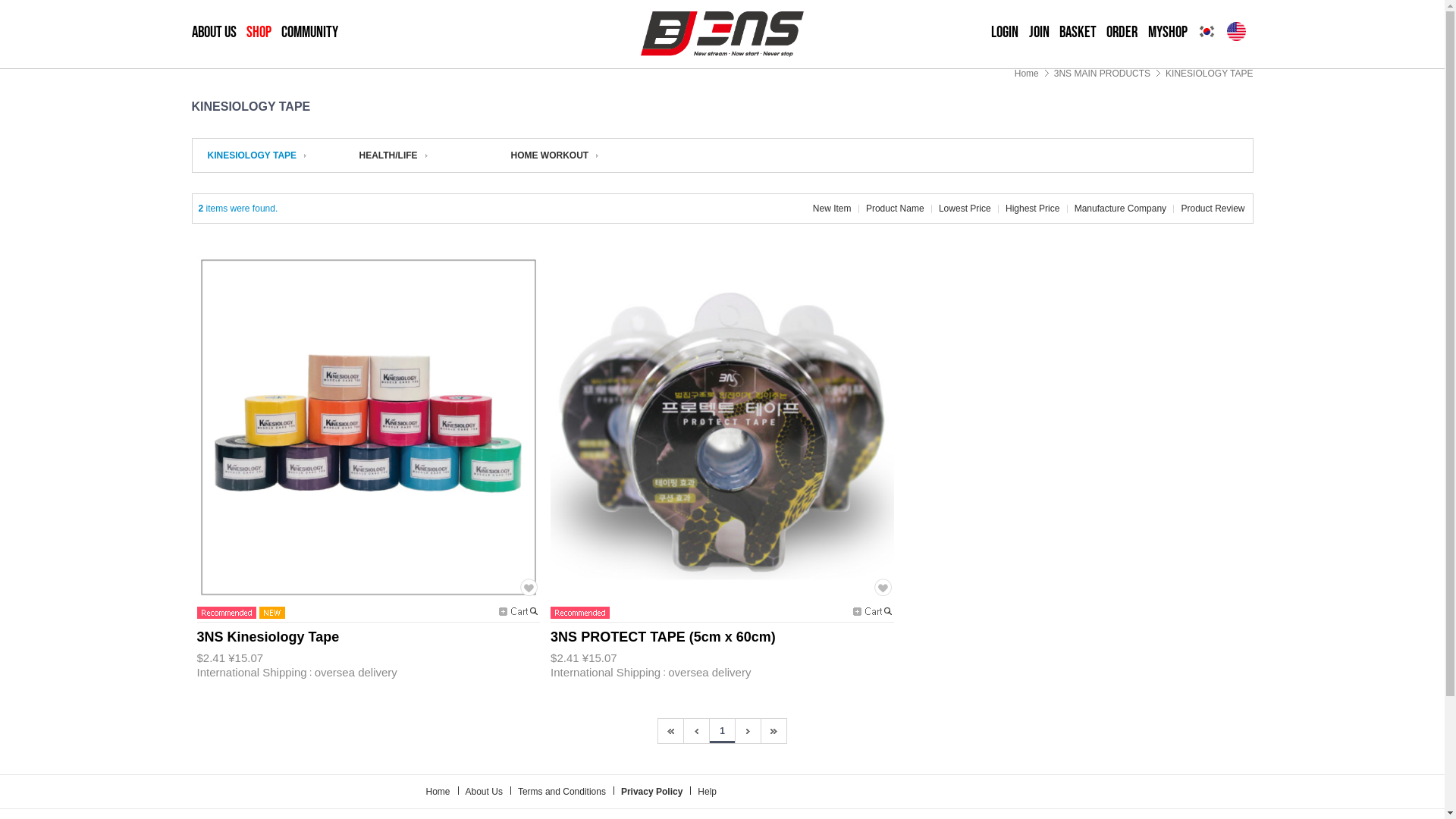  I want to click on 'ABOUT US', so click(212, 32).